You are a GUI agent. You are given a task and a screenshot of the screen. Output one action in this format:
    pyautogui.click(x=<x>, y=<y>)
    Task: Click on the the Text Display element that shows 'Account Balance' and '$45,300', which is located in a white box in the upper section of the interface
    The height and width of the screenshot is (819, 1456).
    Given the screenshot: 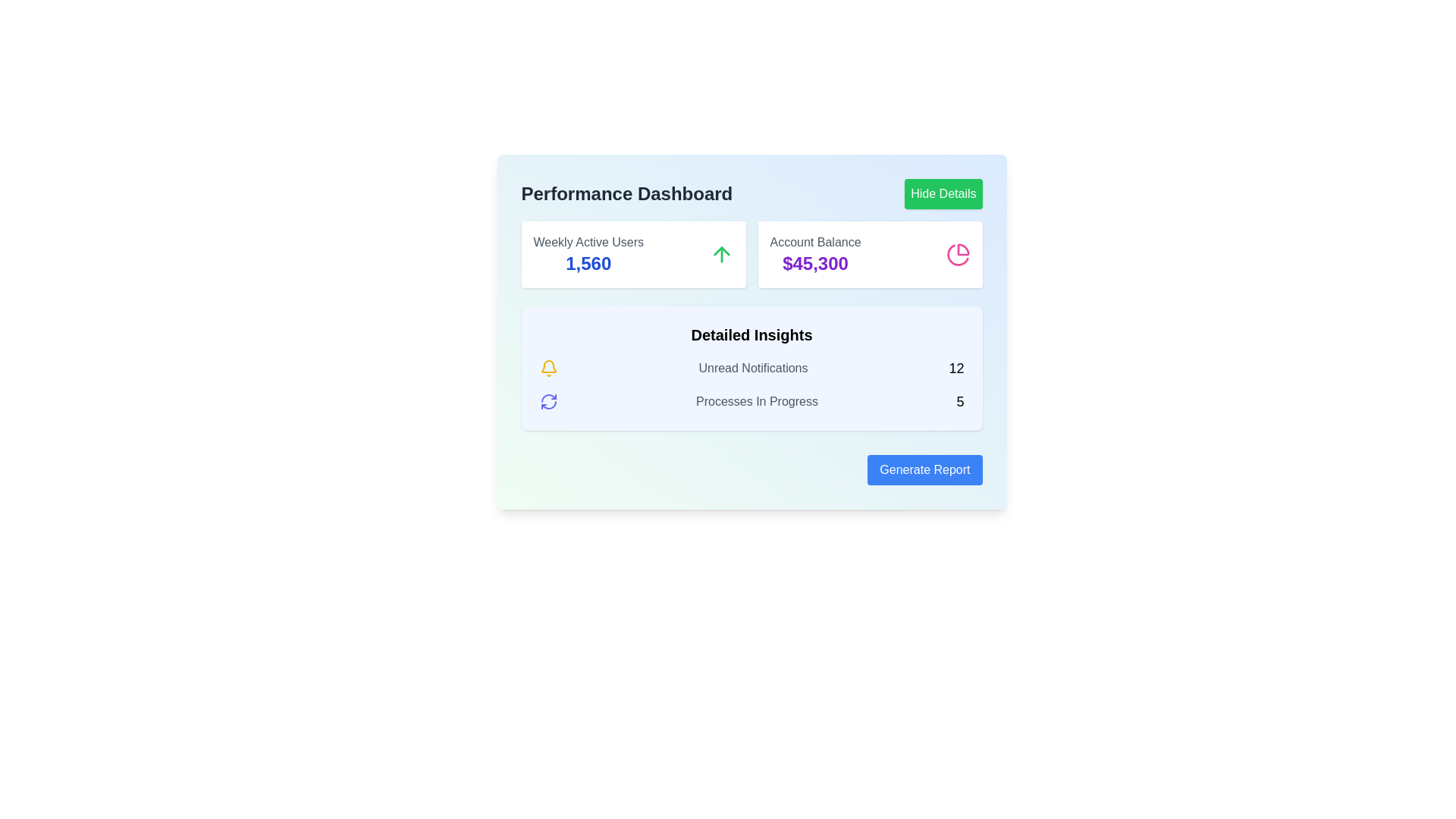 What is the action you would take?
    pyautogui.click(x=814, y=253)
    